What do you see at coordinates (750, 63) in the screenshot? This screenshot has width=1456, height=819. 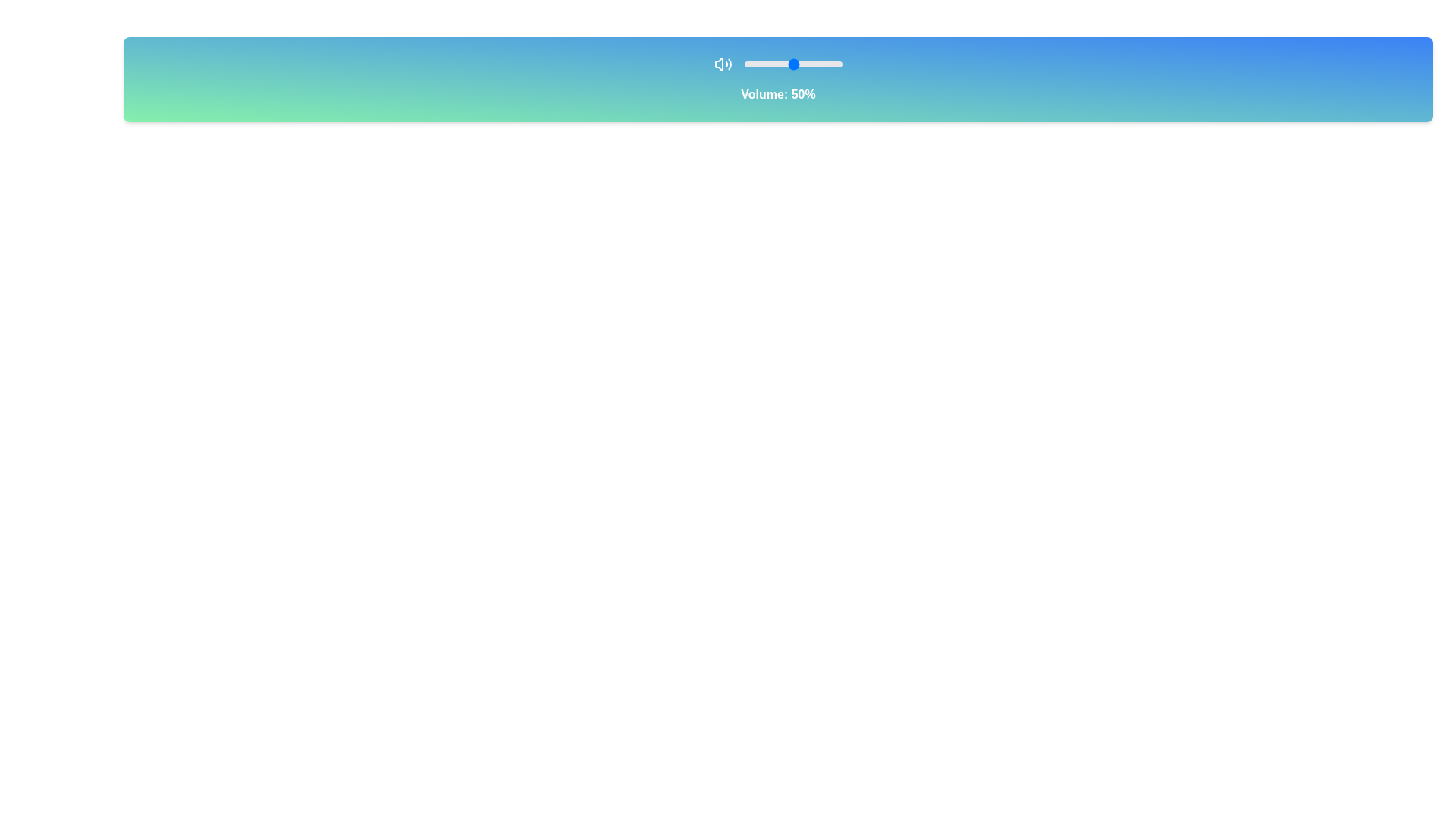 I see `the volume level on the slider` at bounding box center [750, 63].